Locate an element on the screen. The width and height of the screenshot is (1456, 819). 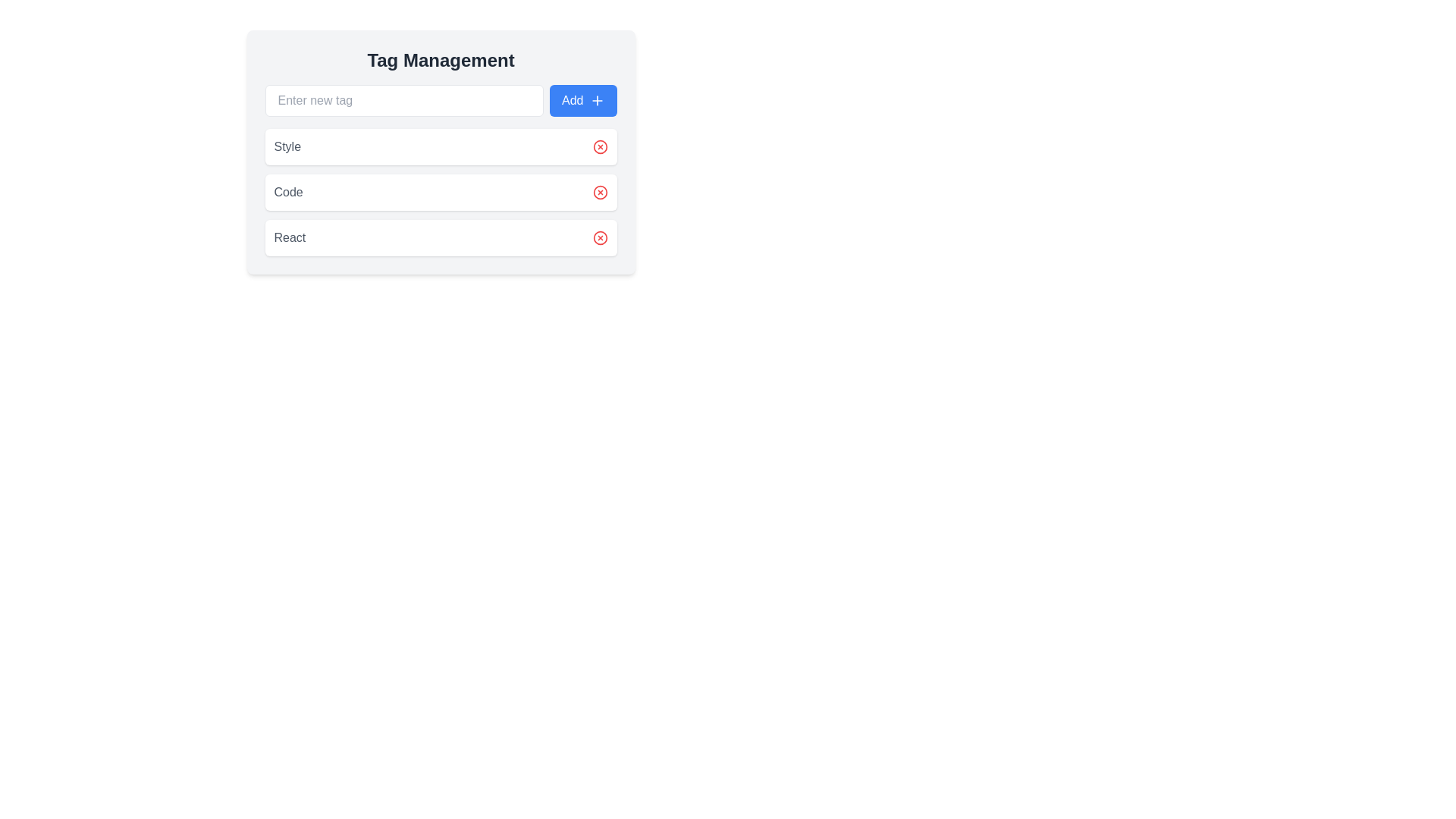
the circular icon with a cross located to the immediate right of the text 'Style' in the tag management list is located at coordinates (599, 146).